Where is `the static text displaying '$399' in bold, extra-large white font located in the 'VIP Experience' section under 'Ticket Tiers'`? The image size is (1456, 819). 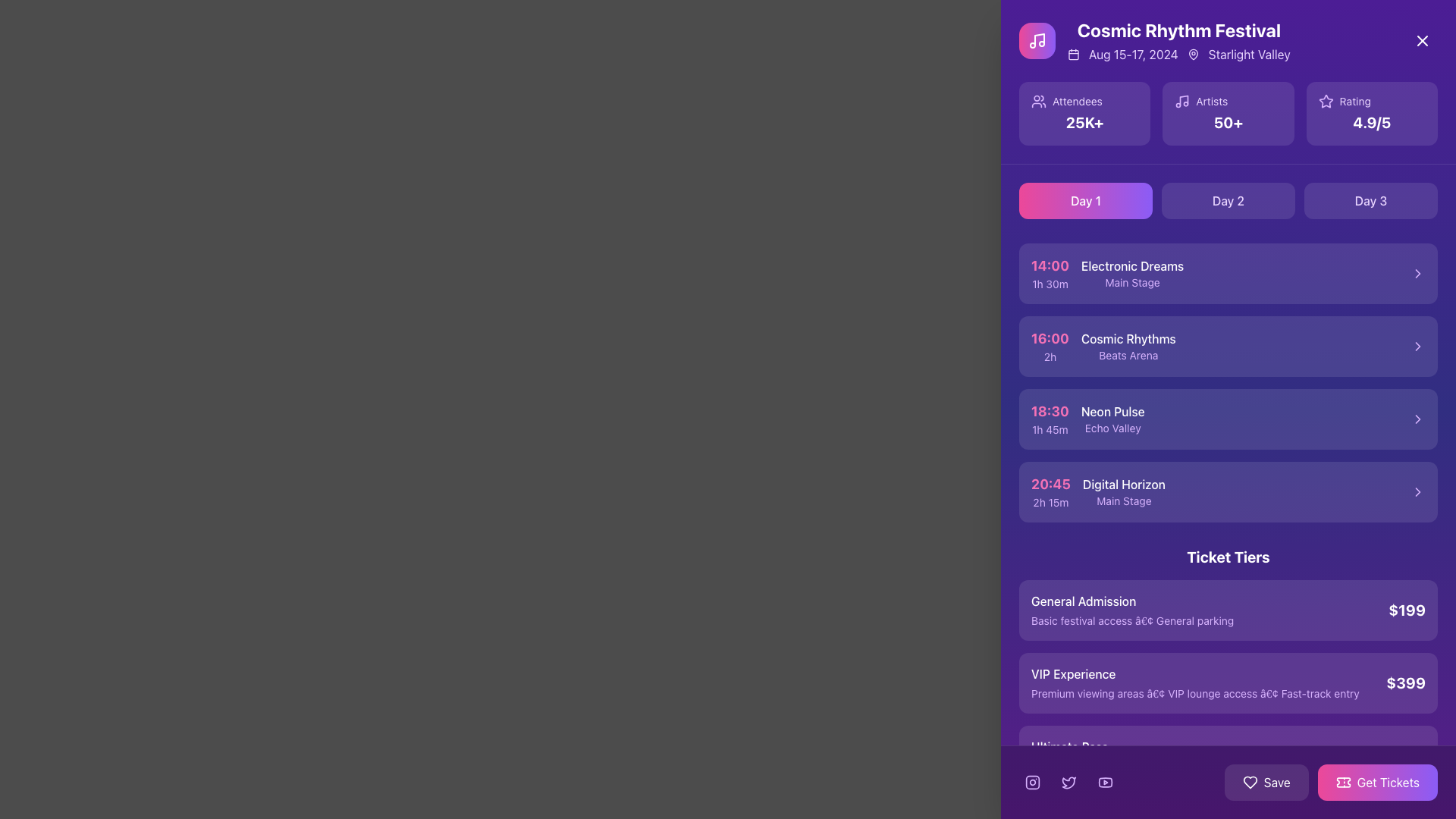
the static text displaying '$399' in bold, extra-large white font located in the 'VIP Experience' section under 'Ticket Tiers' is located at coordinates (1405, 683).